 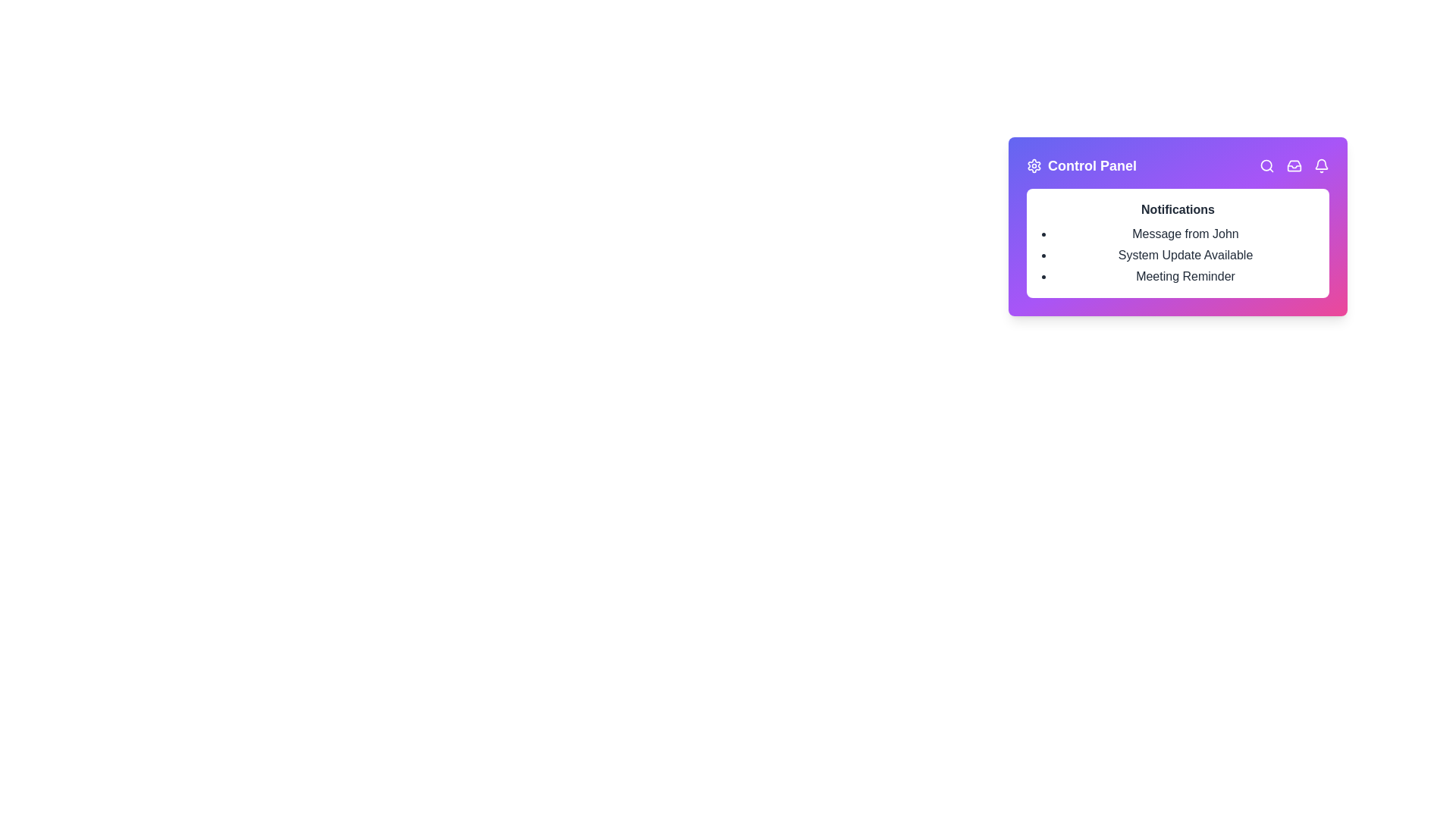 What do you see at coordinates (1080, 166) in the screenshot?
I see `the 'Control Panel' button to toggle the visibility of the menu` at bounding box center [1080, 166].